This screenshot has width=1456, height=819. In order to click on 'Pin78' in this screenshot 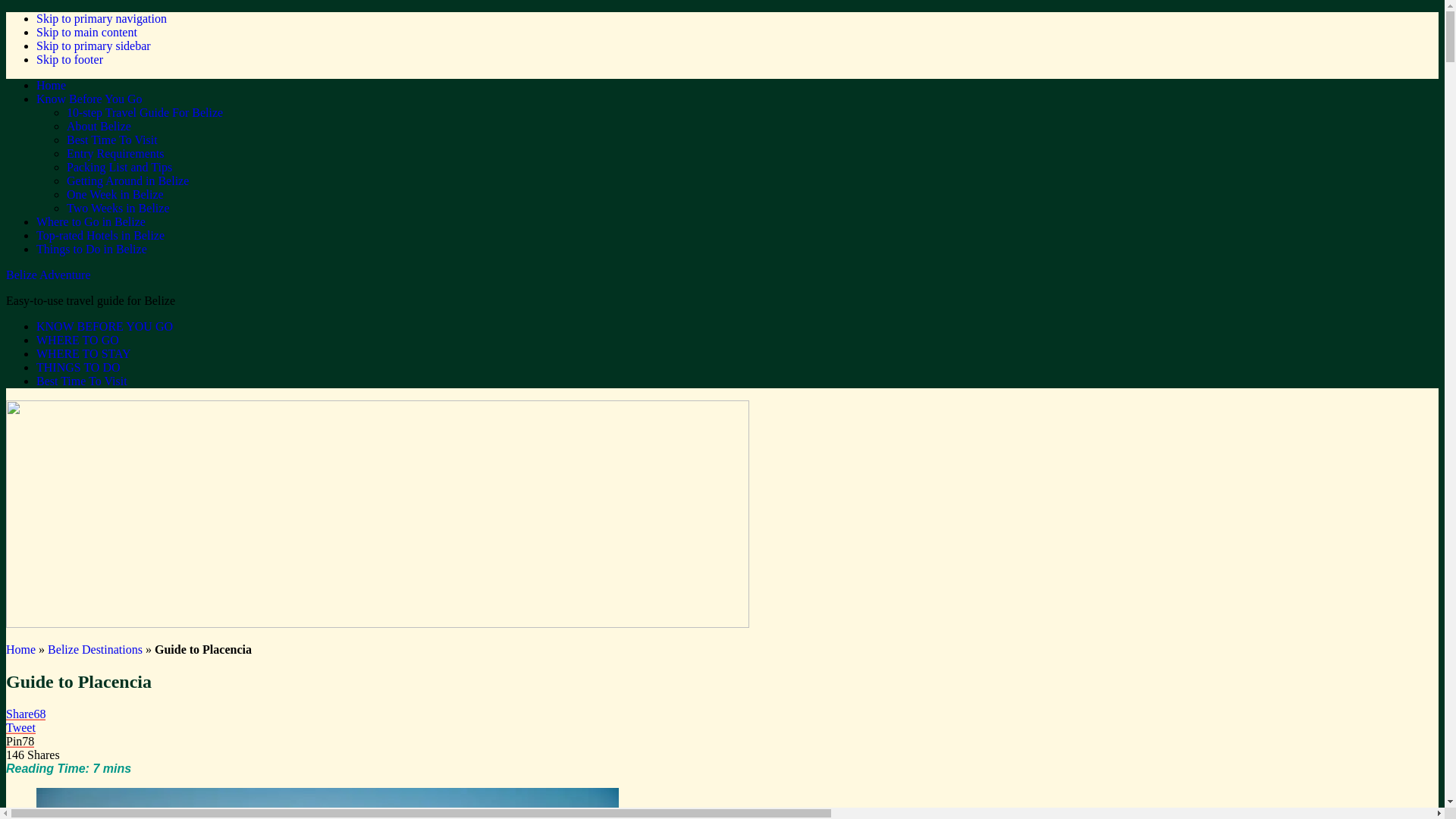, I will do `click(20, 740)`.